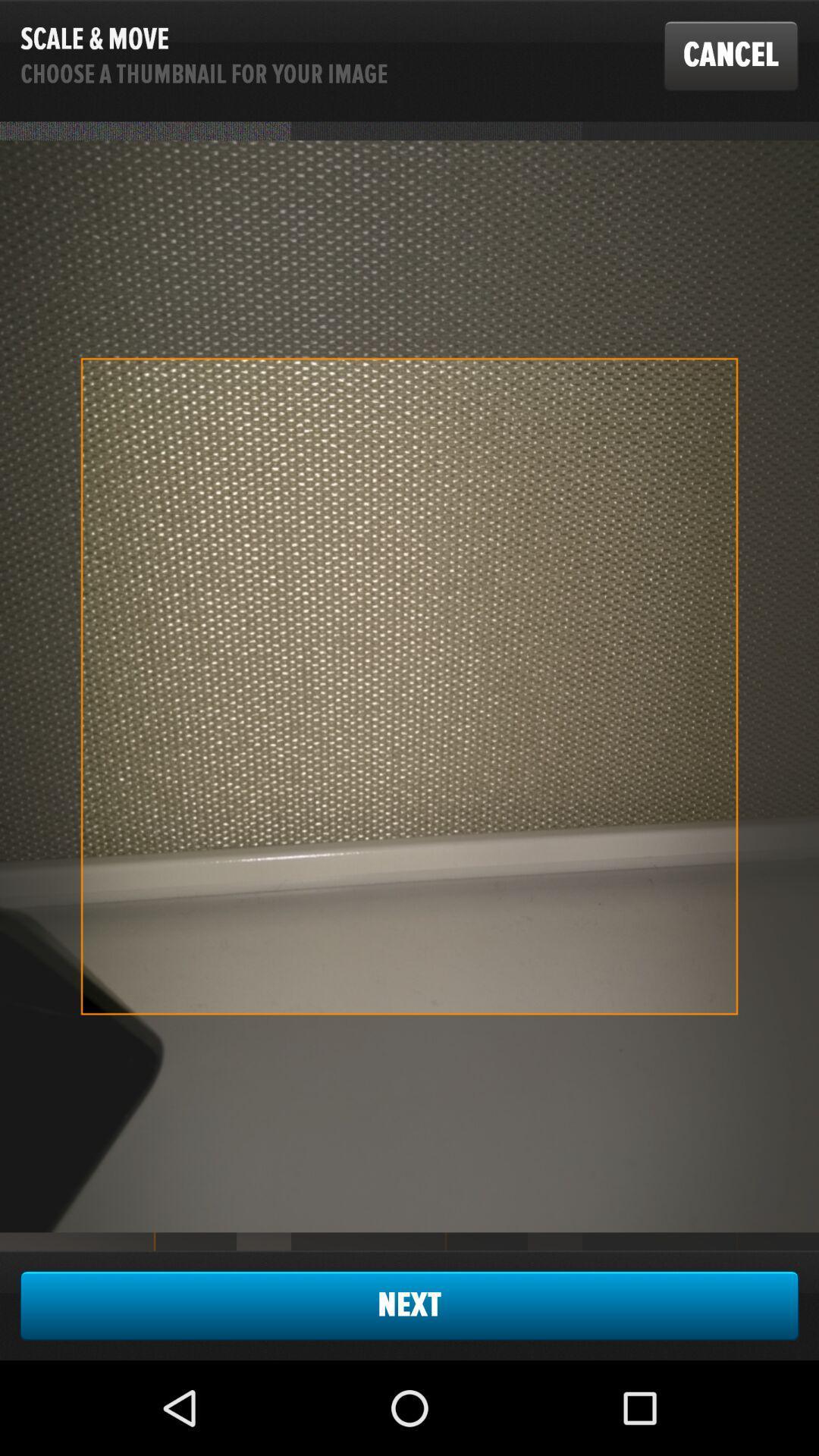  I want to click on the cancel at the top right corner, so click(730, 55).